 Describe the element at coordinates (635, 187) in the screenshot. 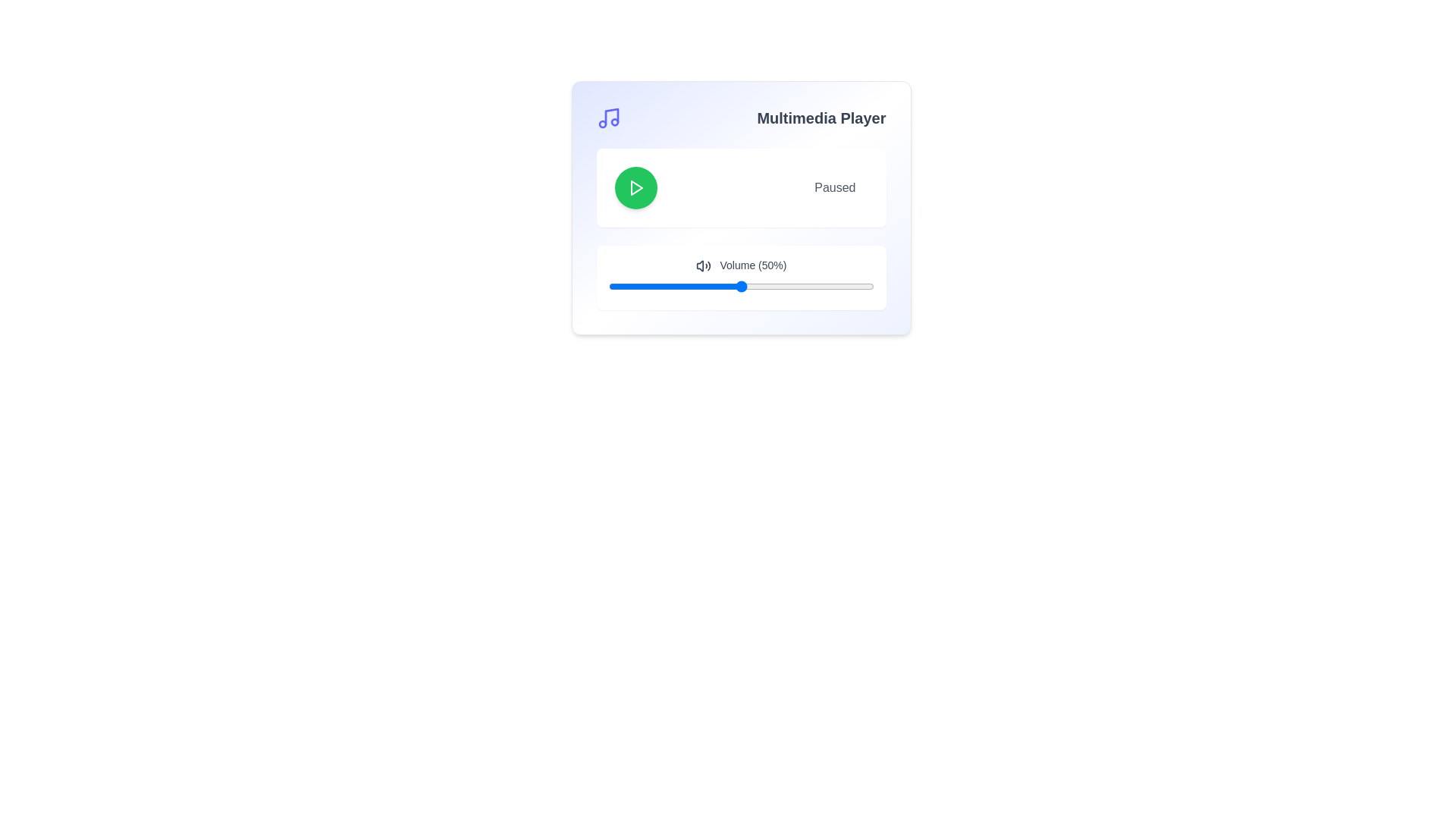

I see `the play icon located in the upper-left section of the multimedia player UI panel, which is centered within a green circular button` at that location.